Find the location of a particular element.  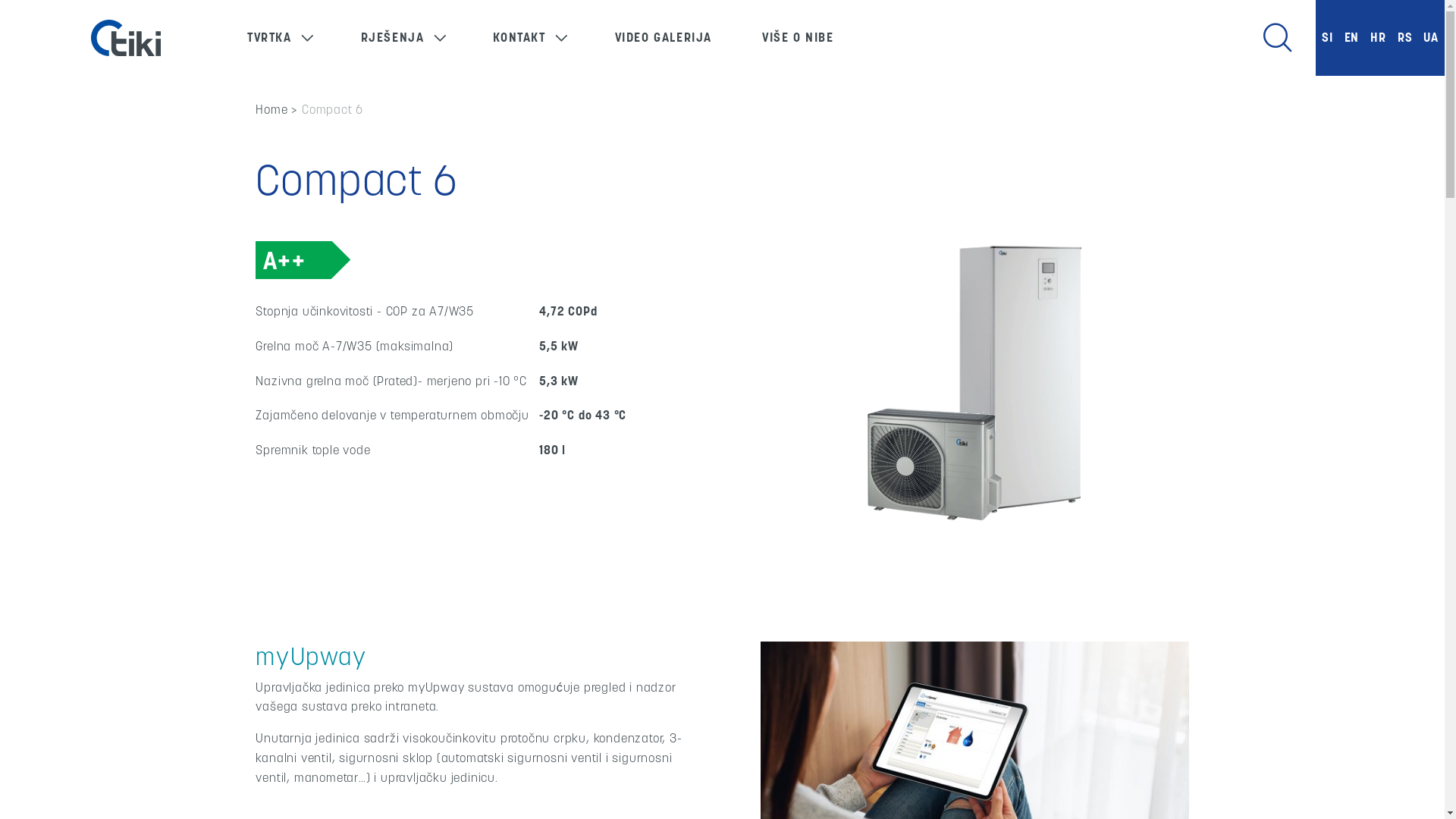

'HR' is located at coordinates (1378, 37).